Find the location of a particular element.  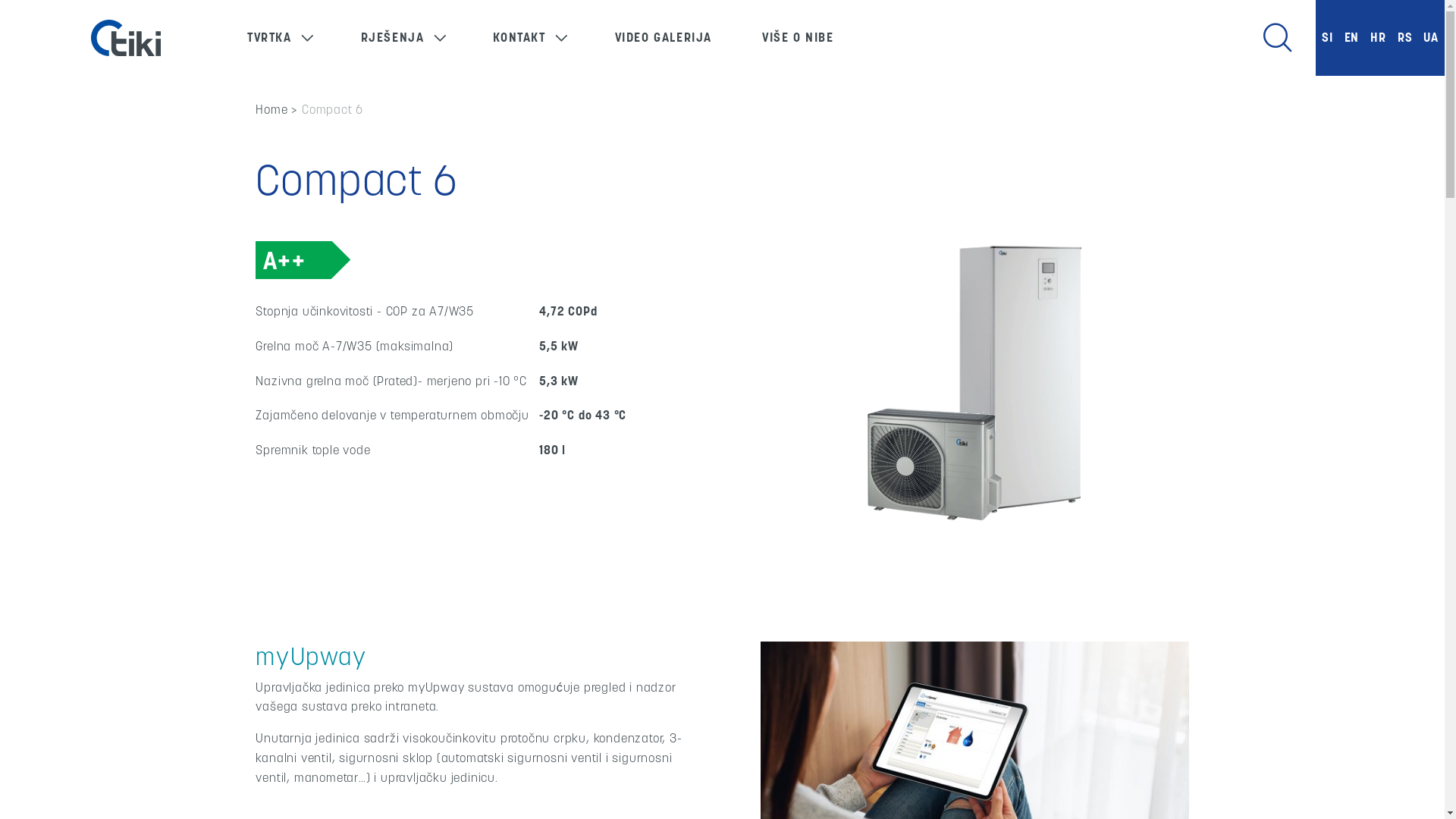

'HR' is located at coordinates (1378, 37).